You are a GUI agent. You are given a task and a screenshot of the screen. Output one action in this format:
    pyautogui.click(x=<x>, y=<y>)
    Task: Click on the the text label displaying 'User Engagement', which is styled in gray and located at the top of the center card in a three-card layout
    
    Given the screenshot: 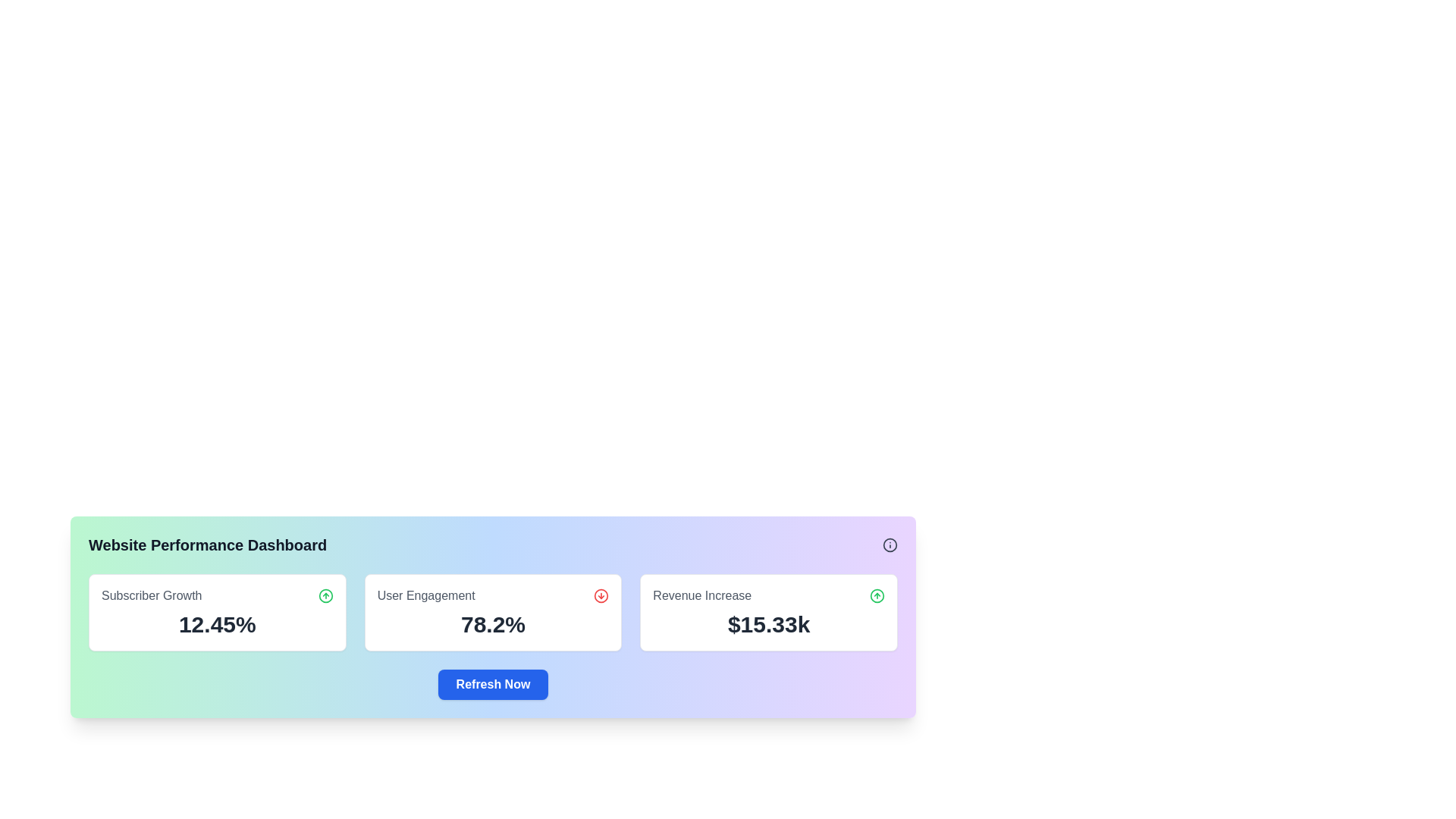 What is the action you would take?
    pyautogui.click(x=425, y=595)
    